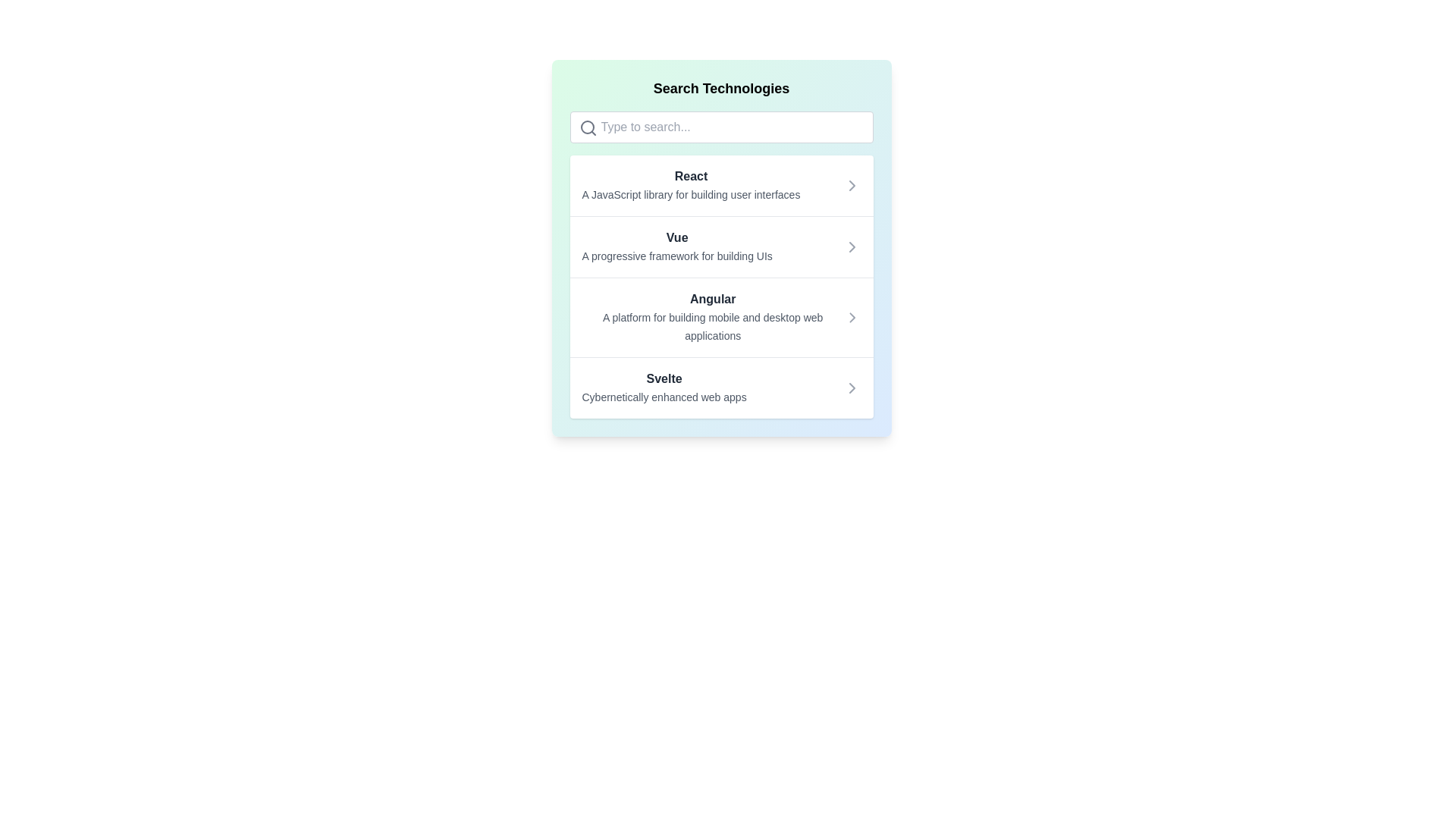 The image size is (1456, 819). Describe the element at coordinates (720, 246) in the screenshot. I see `the 'Vue' button-like list item to interact with it using the keyboard` at that location.